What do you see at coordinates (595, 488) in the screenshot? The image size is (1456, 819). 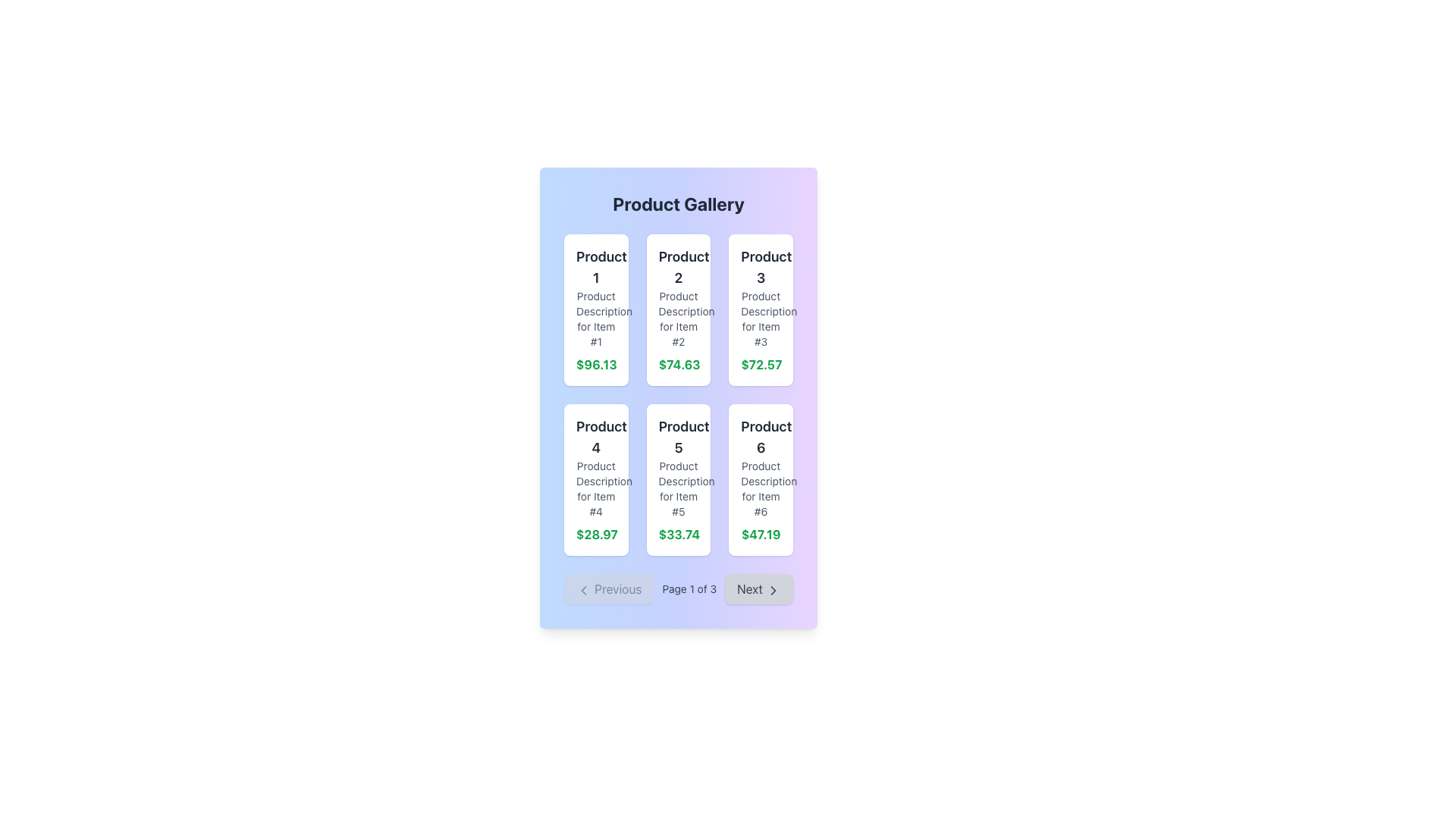 I see `the descriptive text element providing details about 'Product 4', which is located in the middle of three vertically stacked components in the leftmost card of the second row in the product grid` at bounding box center [595, 488].